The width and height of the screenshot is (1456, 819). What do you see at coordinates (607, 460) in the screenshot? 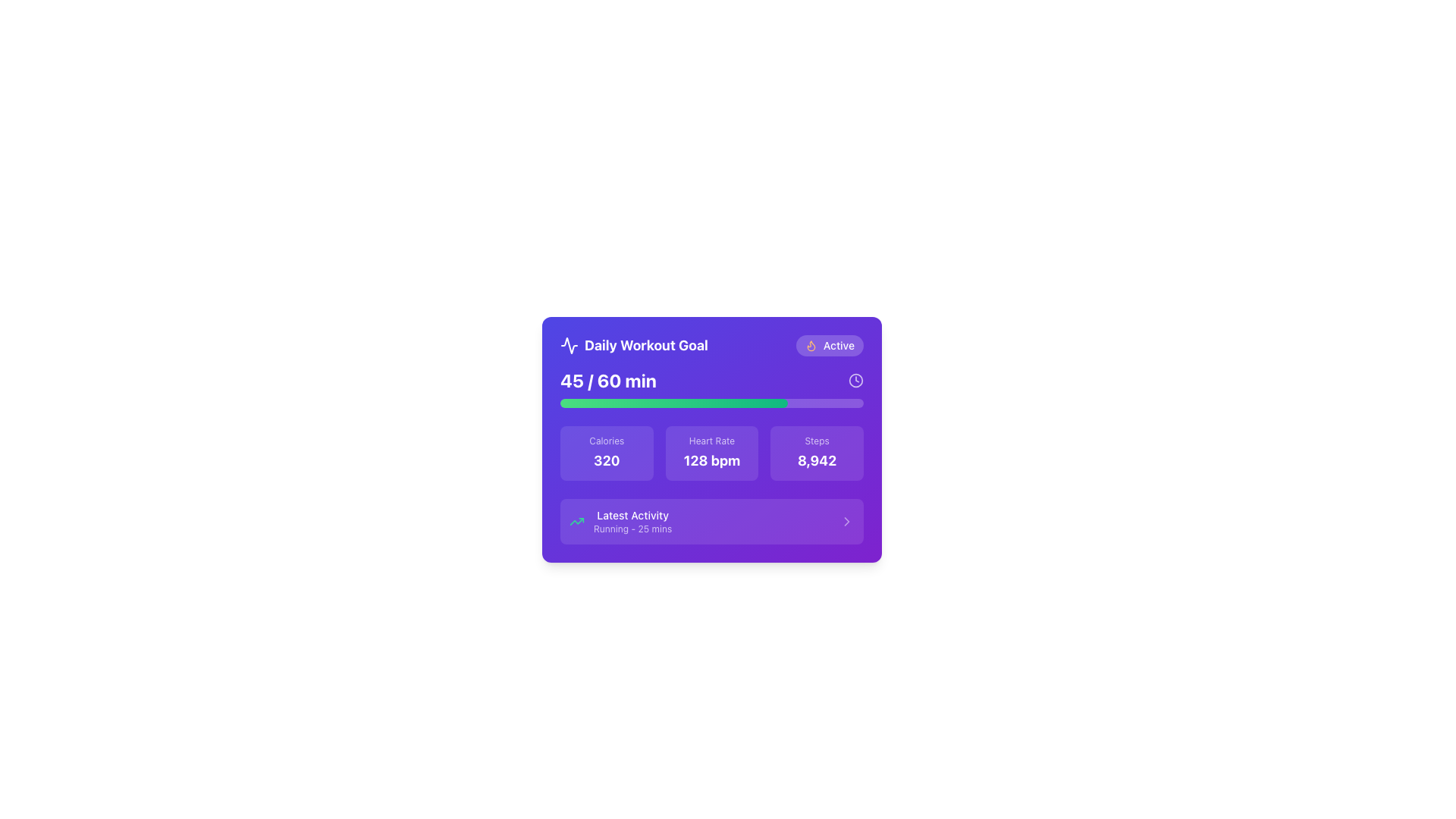
I see `the static text displaying the number '320' in bold, white font, located below the 'Calories' label` at bounding box center [607, 460].